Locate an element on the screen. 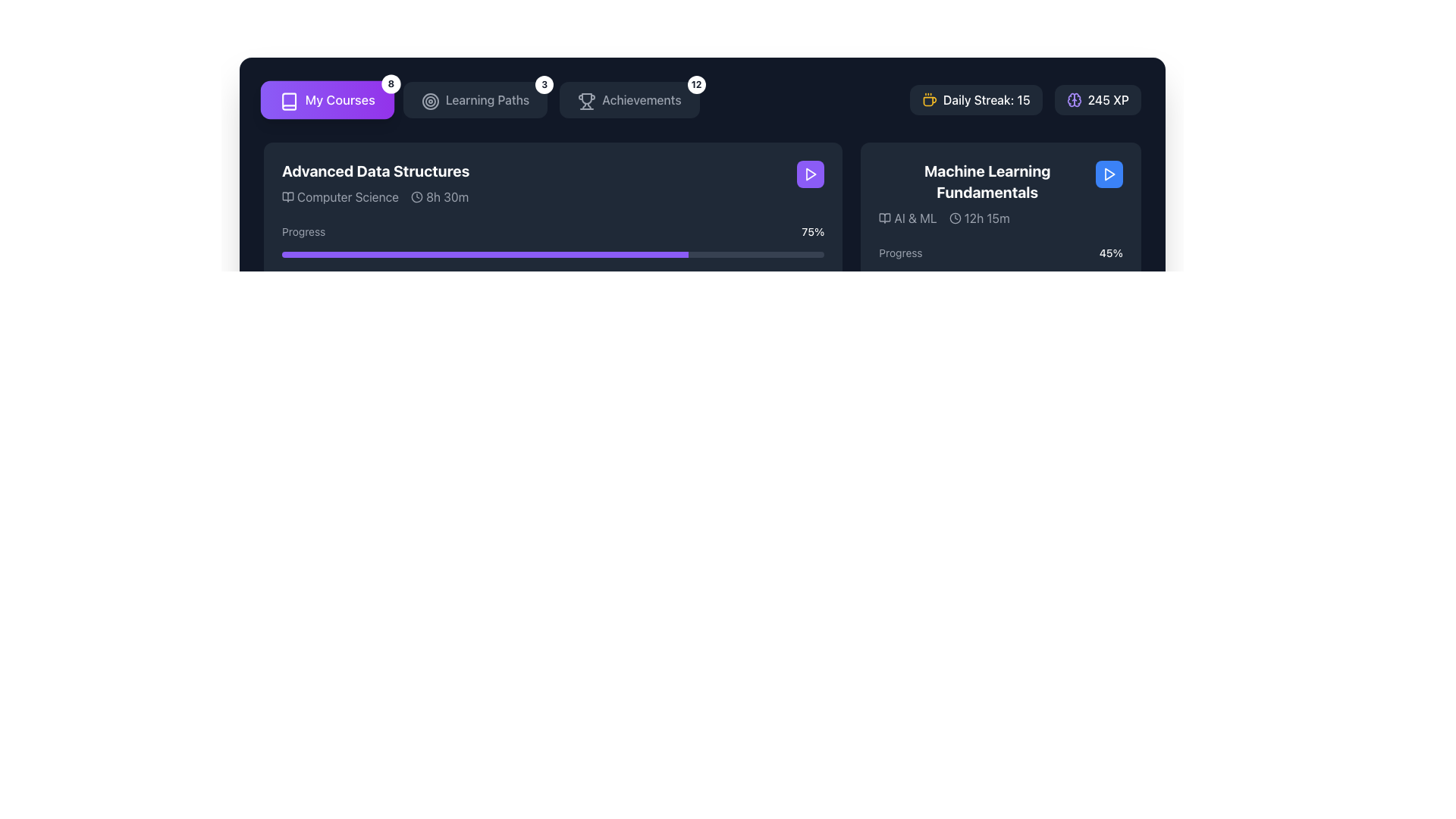 Image resolution: width=1456 pixels, height=819 pixels. the Counter badge located at the top-right corner of the 'Achievements' option in the navigation bar to associate the count with the 'Achievements' section is located at coordinates (695, 84).